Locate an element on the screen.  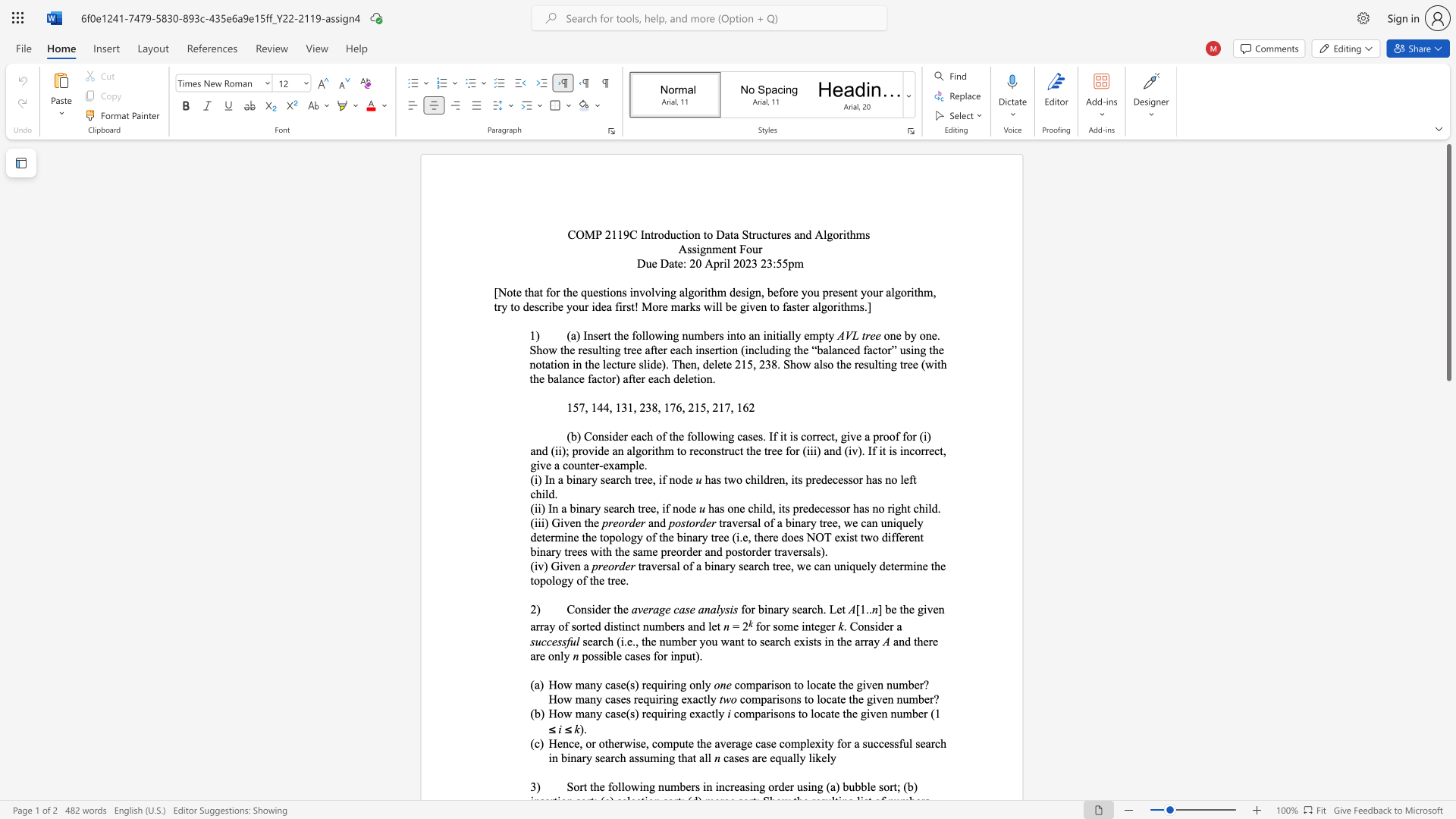
the 1th character "r" in the text is located at coordinates (656, 234).